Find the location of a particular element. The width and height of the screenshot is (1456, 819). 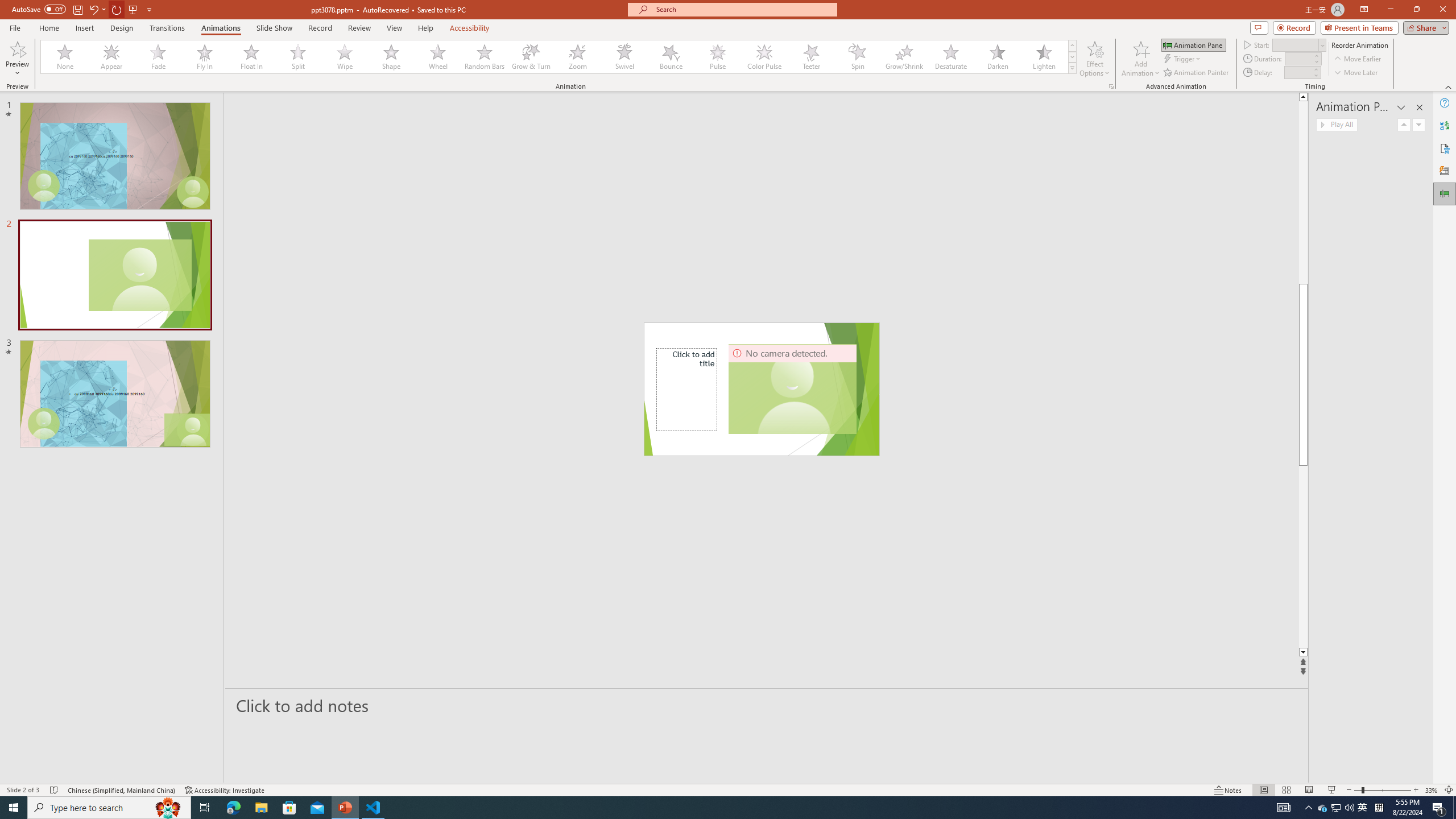

'Lighten' is located at coordinates (1043, 56).